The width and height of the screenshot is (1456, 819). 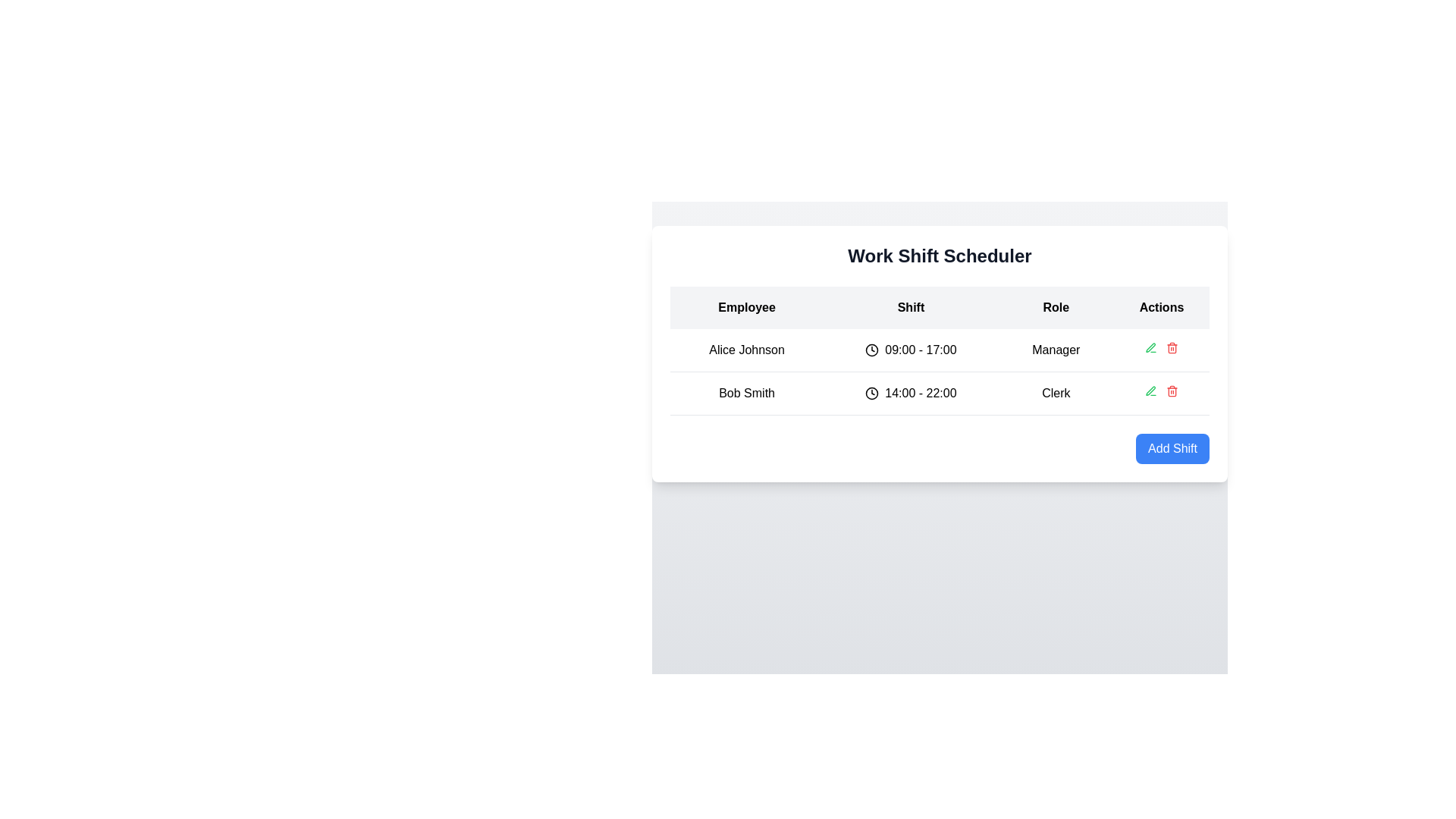 I want to click on the static text element indicating the role designation 'Manager' for the individual 'Alice Johnson' in the third column of the table, so click(x=1055, y=350).